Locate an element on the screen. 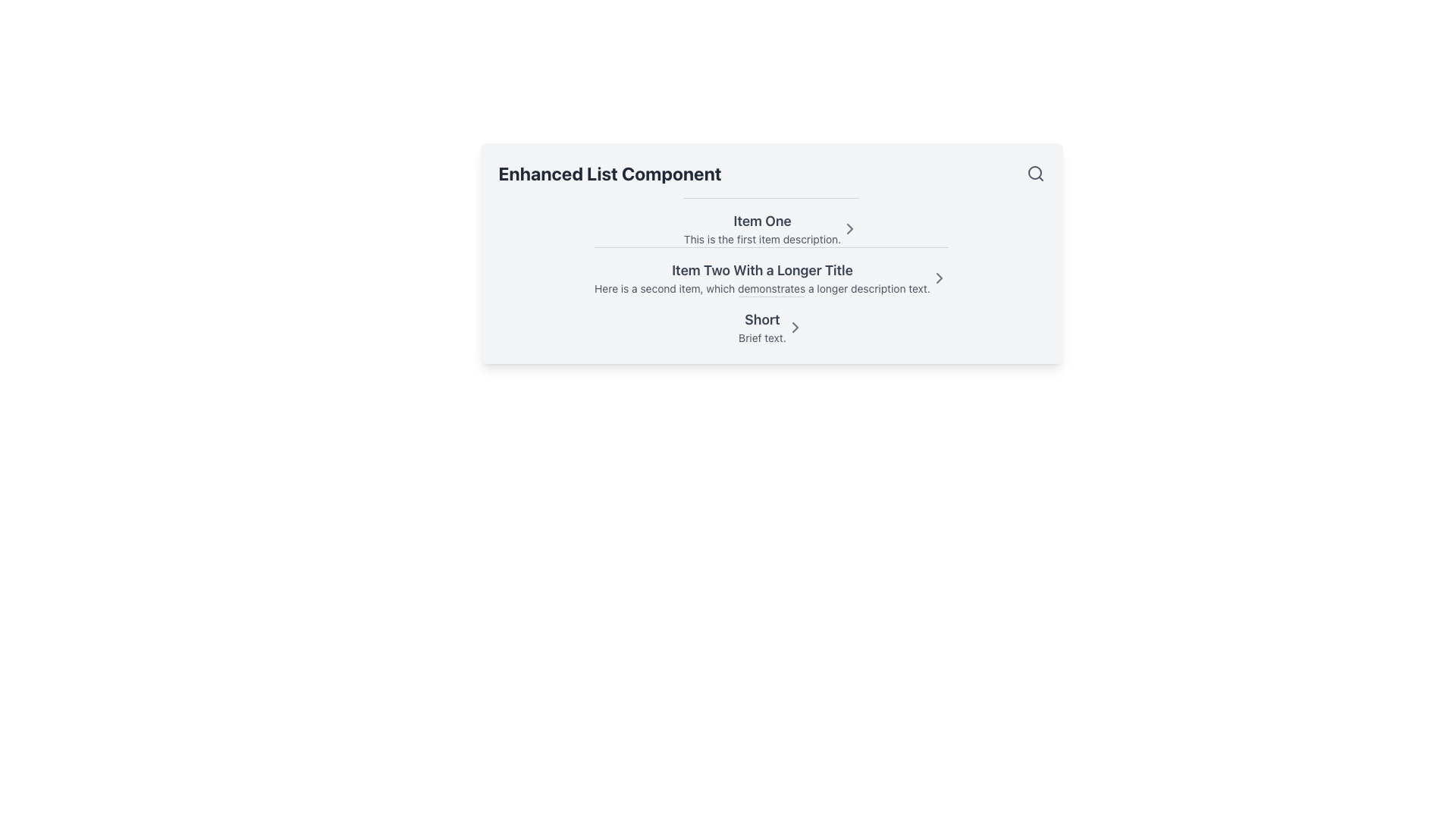  the first list item labeled 'Item One' with a description below it is located at coordinates (771, 228).